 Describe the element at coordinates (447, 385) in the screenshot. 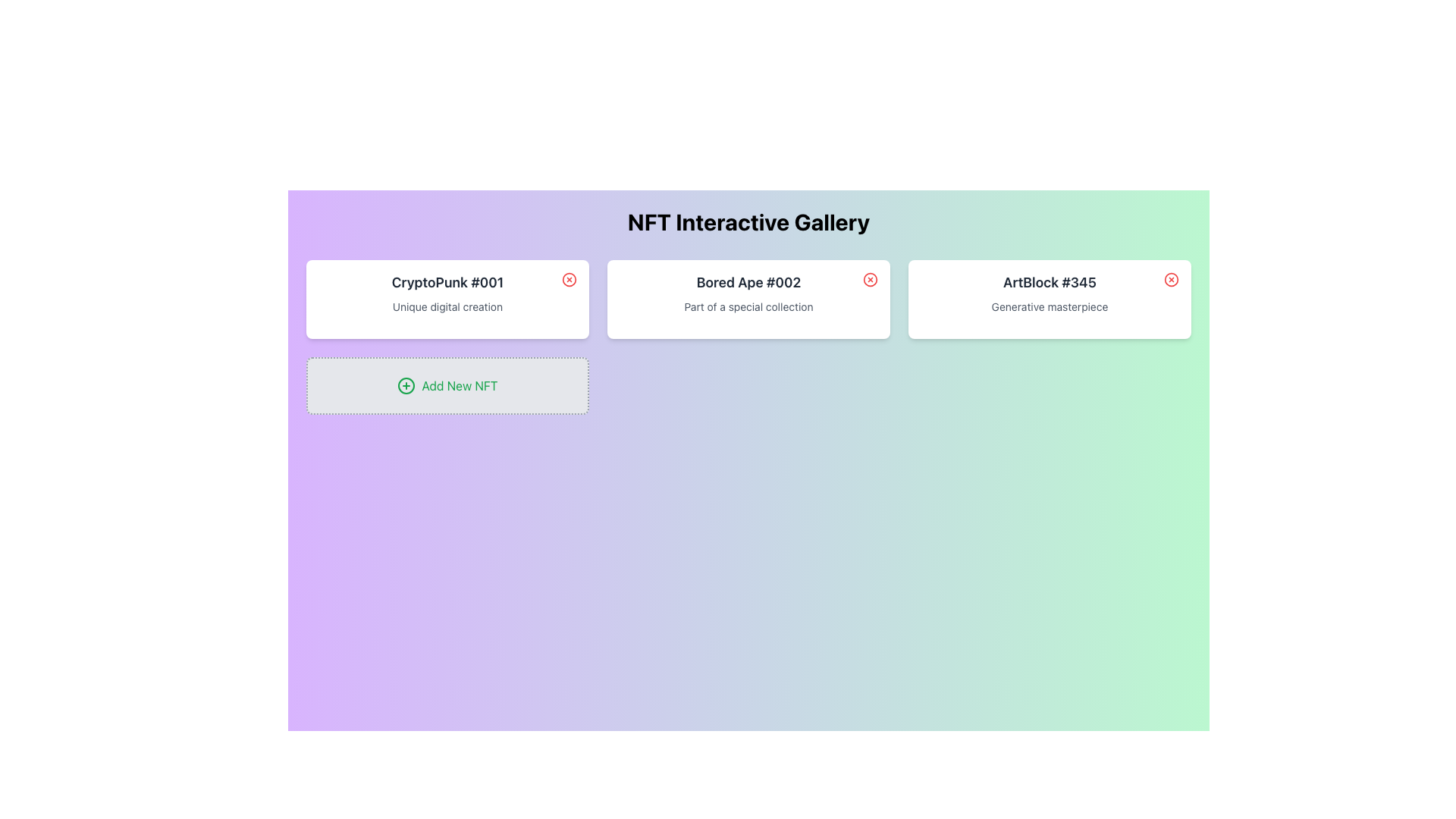

I see `the central button to initiate the creation or addition of a new NFT item, located beneath the NFT tiles labeled 'CryptoPunk #001', 'Bored Ape #002', and 'ArtBlock #345'` at that location.